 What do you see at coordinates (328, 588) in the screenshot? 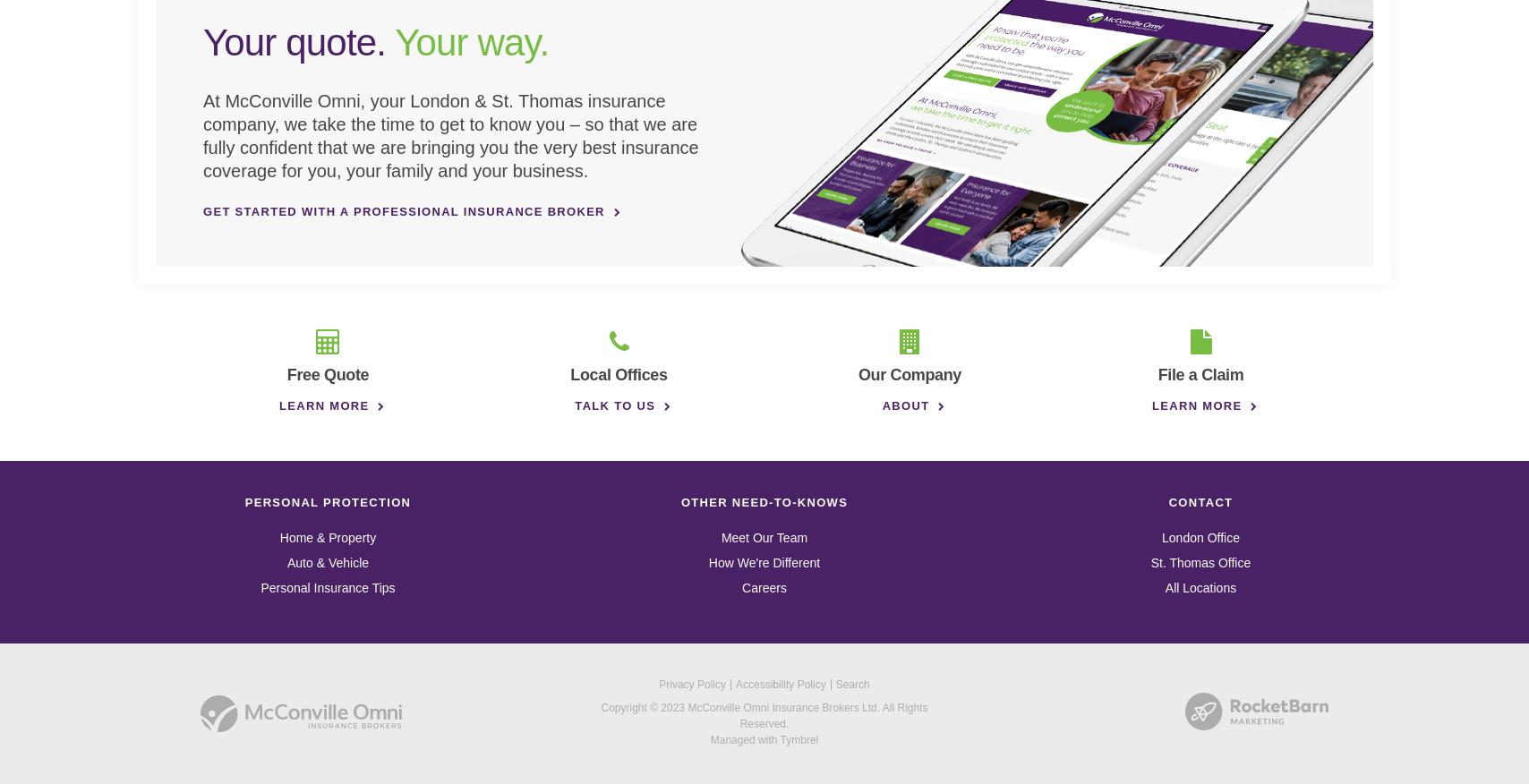
I see `'Personal Insurance Tips'` at bounding box center [328, 588].